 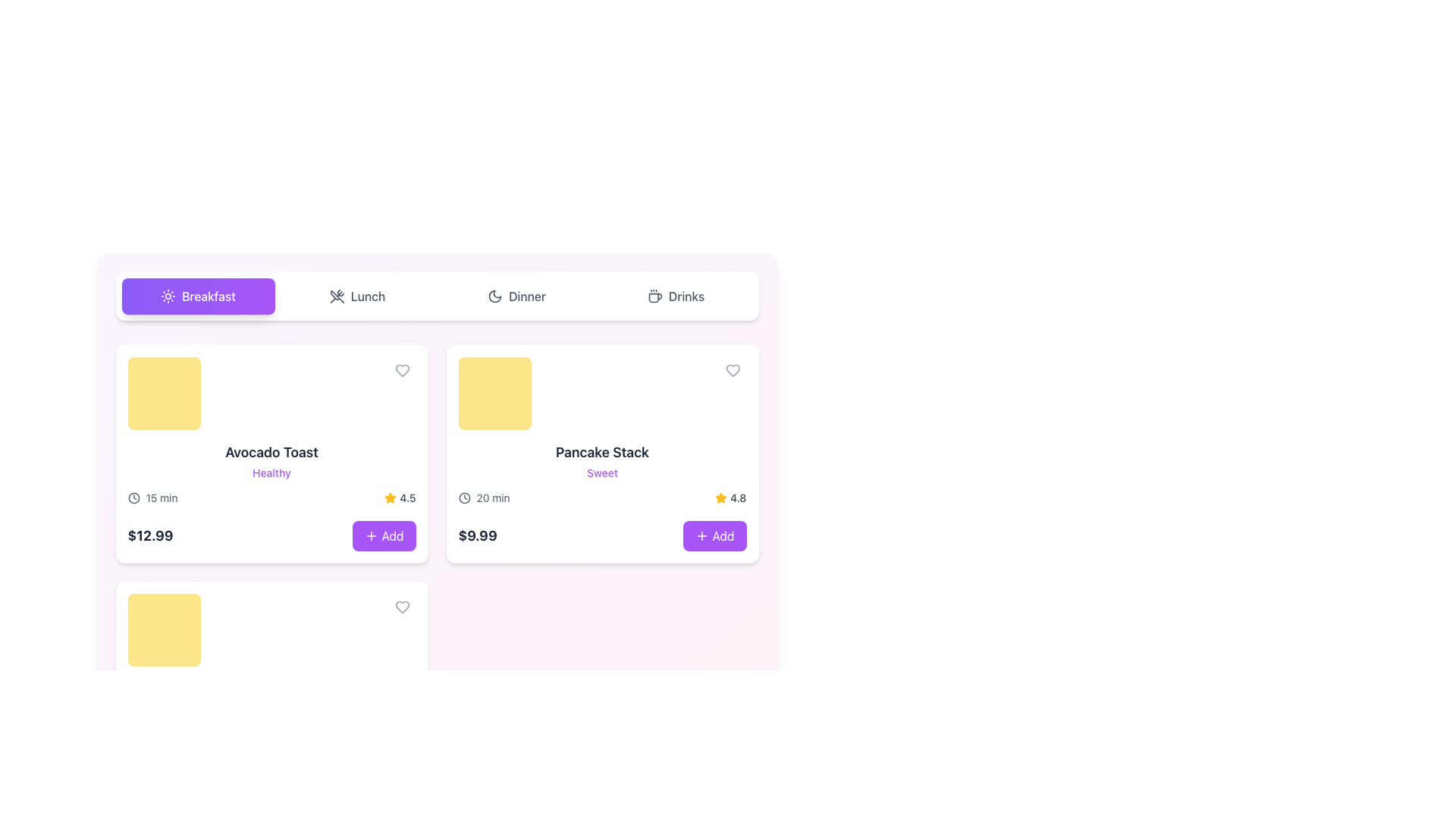 What do you see at coordinates (384, 535) in the screenshot?
I see `the '+ Add' button with a purple background and white text, located at the bottom right corner of the 'Avocado Toast' card` at bounding box center [384, 535].